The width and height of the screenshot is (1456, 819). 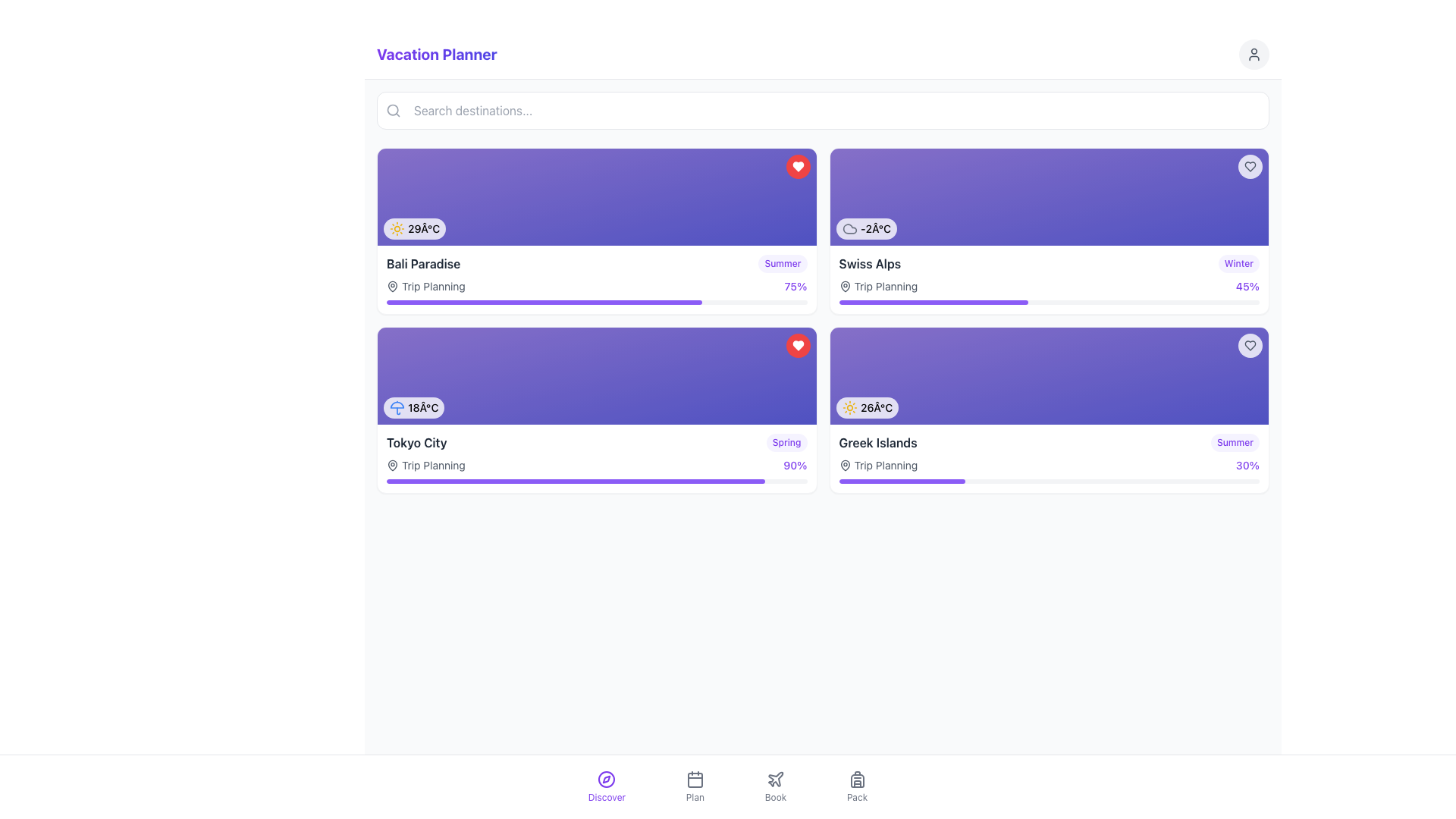 I want to click on the 'Summer' tag/label located in the 'Bali Paradise' section, positioned to the right of the text 'Bali Paradise', so click(x=783, y=262).